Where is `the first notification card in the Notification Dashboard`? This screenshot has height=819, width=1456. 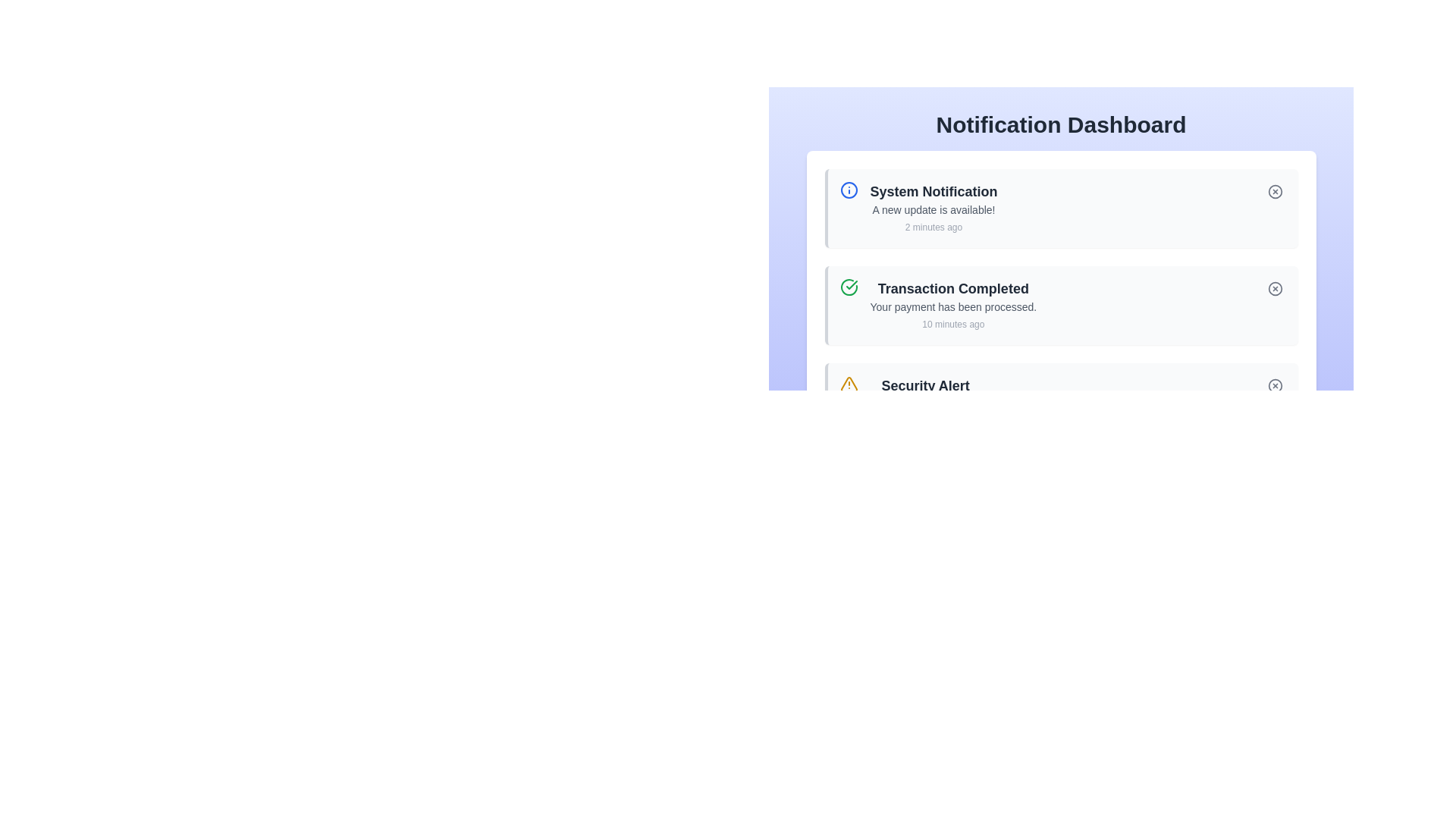
the first notification card in the Notification Dashboard is located at coordinates (1060, 230).